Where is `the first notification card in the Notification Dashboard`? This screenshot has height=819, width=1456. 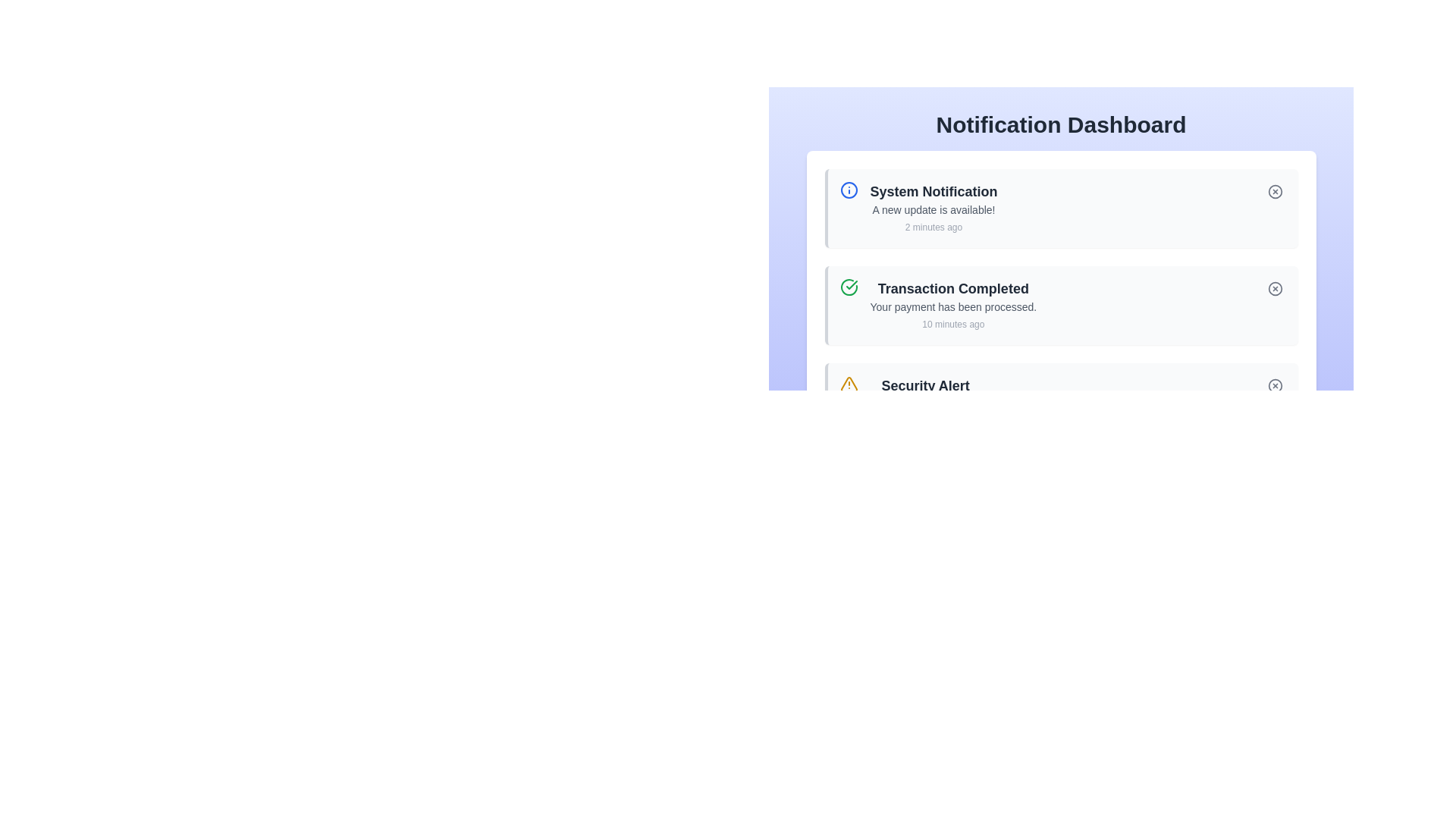
the first notification card in the Notification Dashboard is located at coordinates (1060, 230).